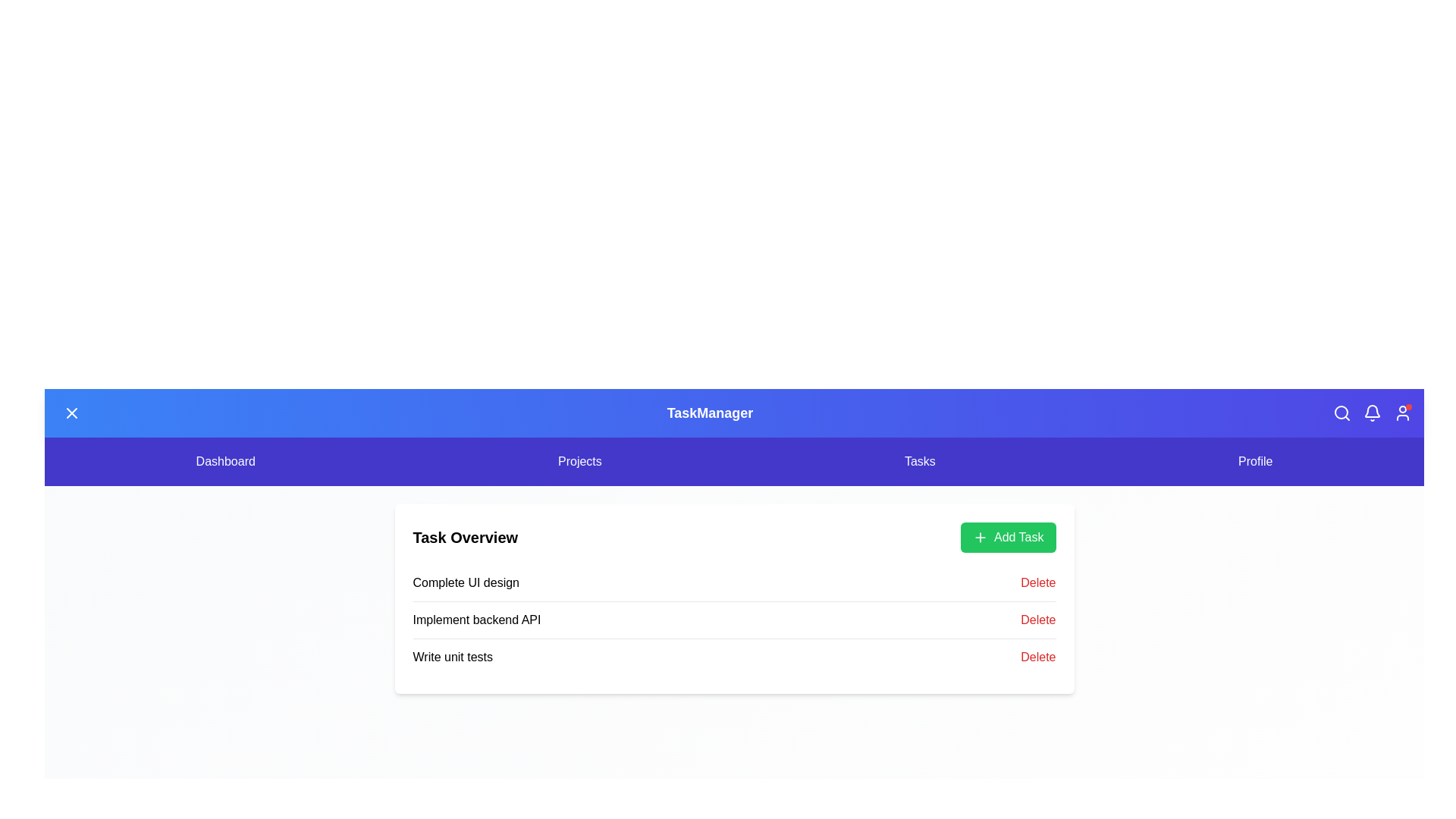  Describe the element at coordinates (578, 461) in the screenshot. I see `the 'Projects' menu item in the navigation bar` at that location.